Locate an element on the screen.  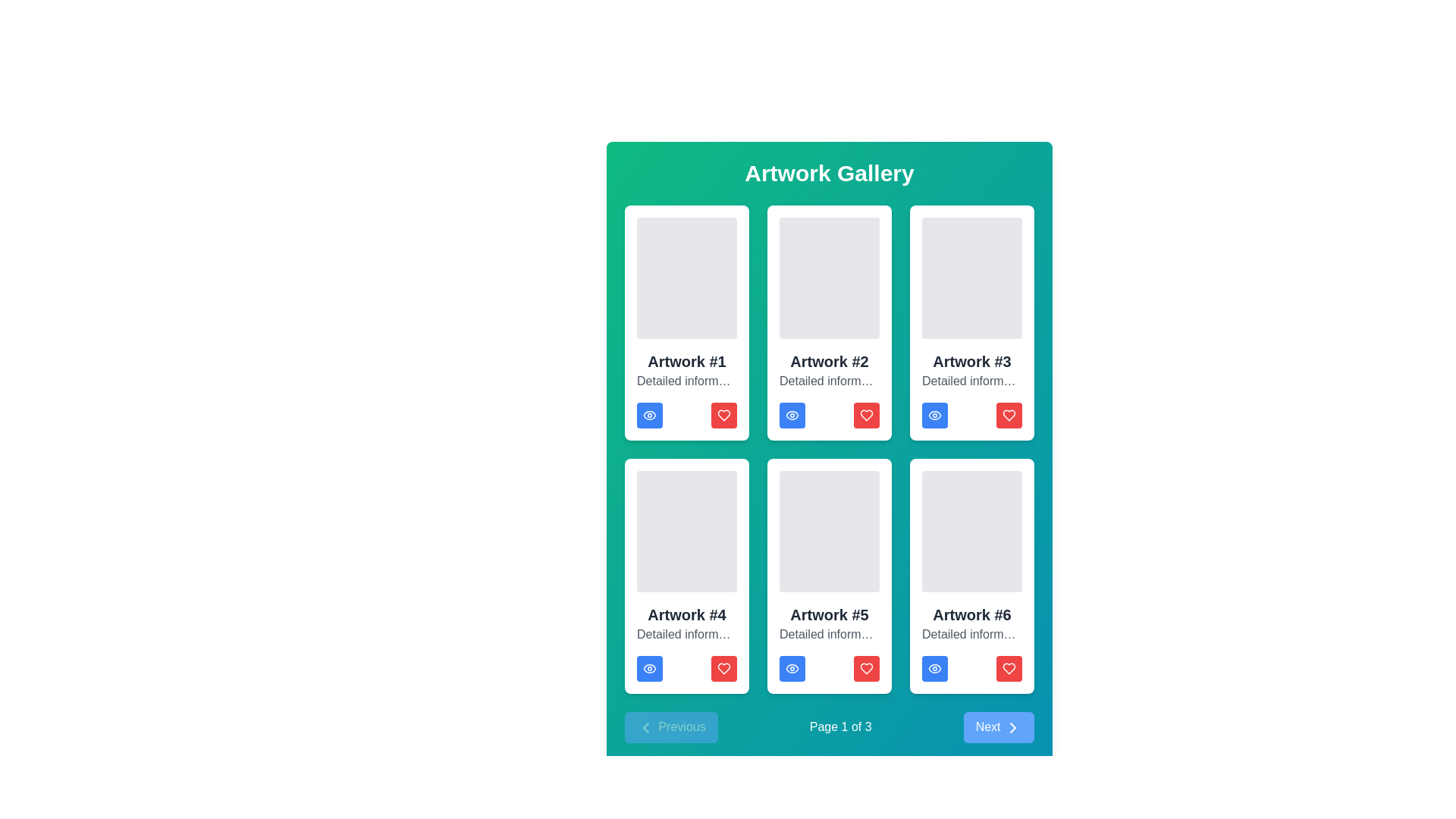
the text label displaying 'Artwork #2', which is styled with a bold, large font and is positioned below the thumbnail image in the grid layout is located at coordinates (829, 362).